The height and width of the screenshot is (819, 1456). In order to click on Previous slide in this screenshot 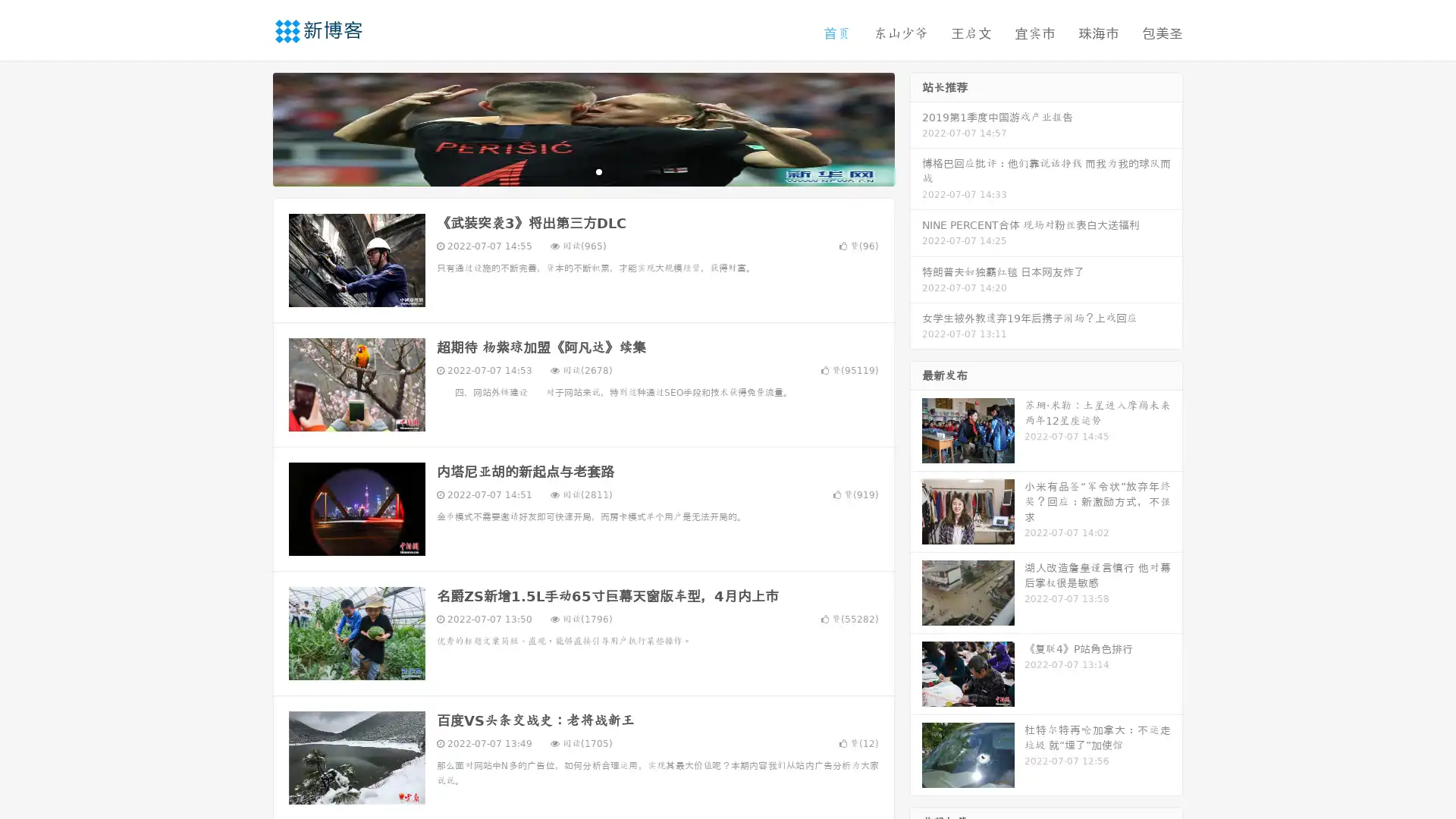, I will do `click(250, 127)`.